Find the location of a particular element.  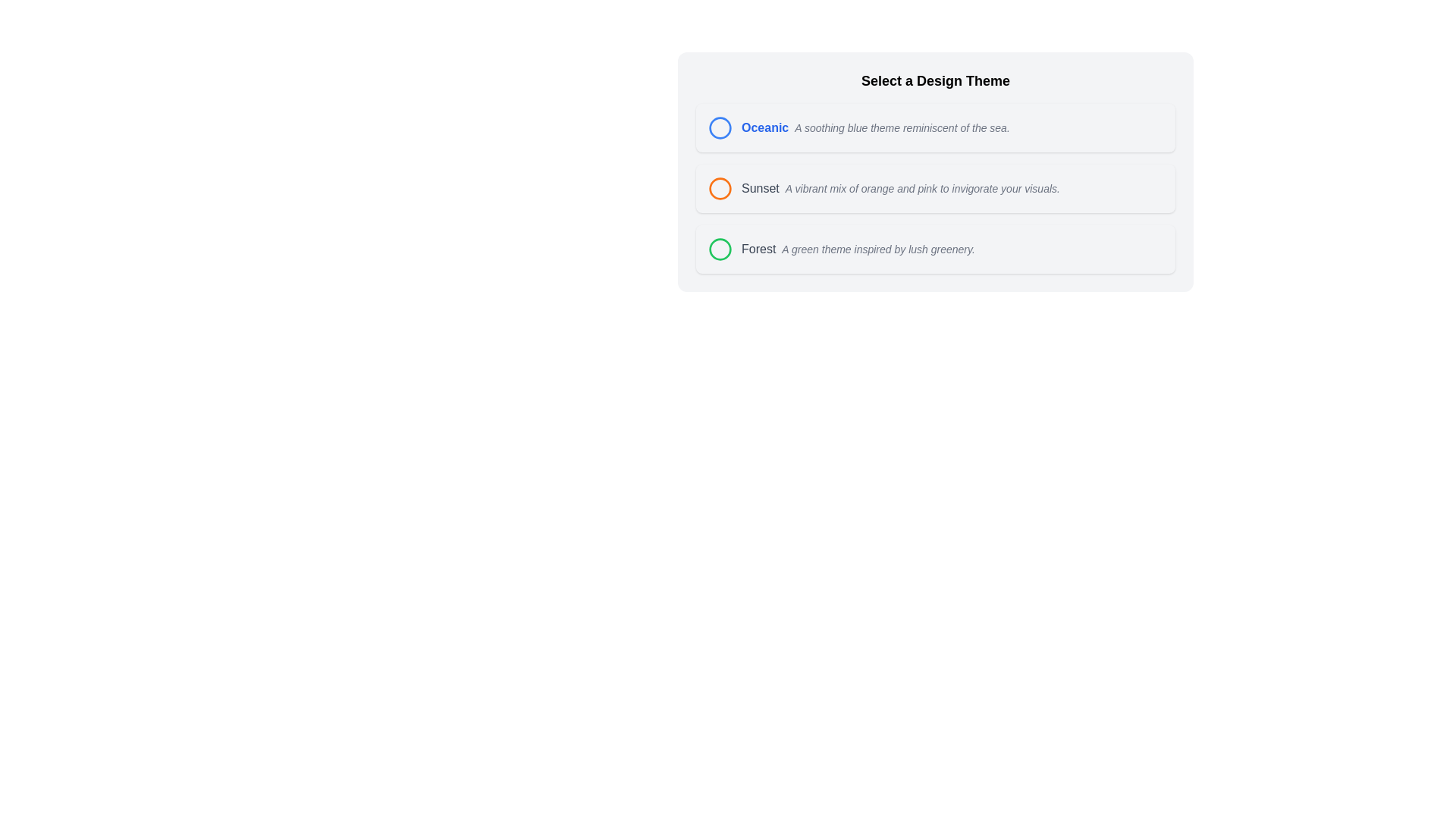

the 'Sunset' selection option, which features an orange circle icon and is located between the 'Oceanic' and 'Forest' options in the design themes list is located at coordinates (884, 188).